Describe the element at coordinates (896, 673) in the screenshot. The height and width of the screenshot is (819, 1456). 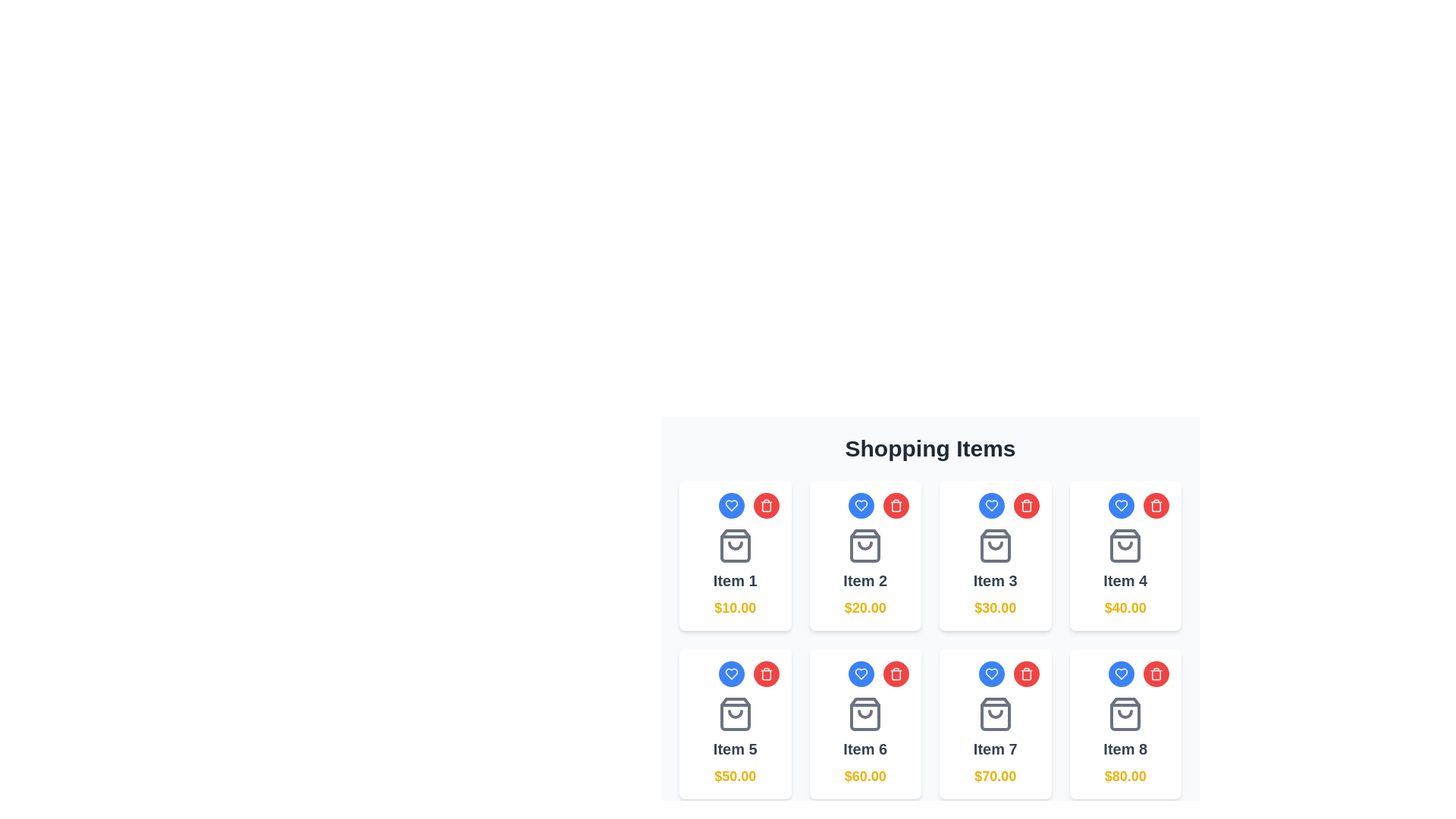
I see `the delete button located at the top-right corner of the product card in the shopping list layout` at that location.